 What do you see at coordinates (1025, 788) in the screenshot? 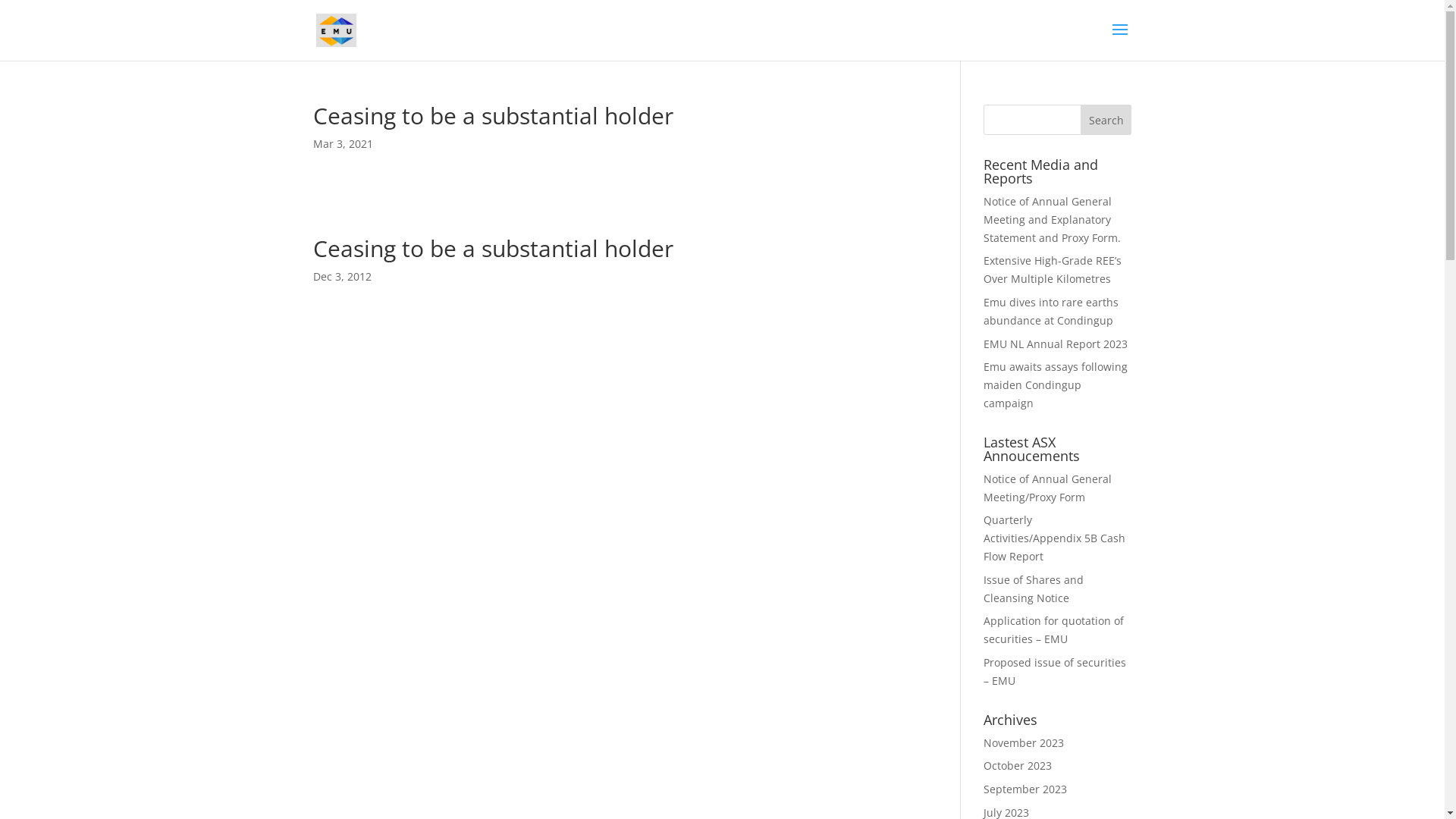
I see `'September 2023'` at bounding box center [1025, 788].